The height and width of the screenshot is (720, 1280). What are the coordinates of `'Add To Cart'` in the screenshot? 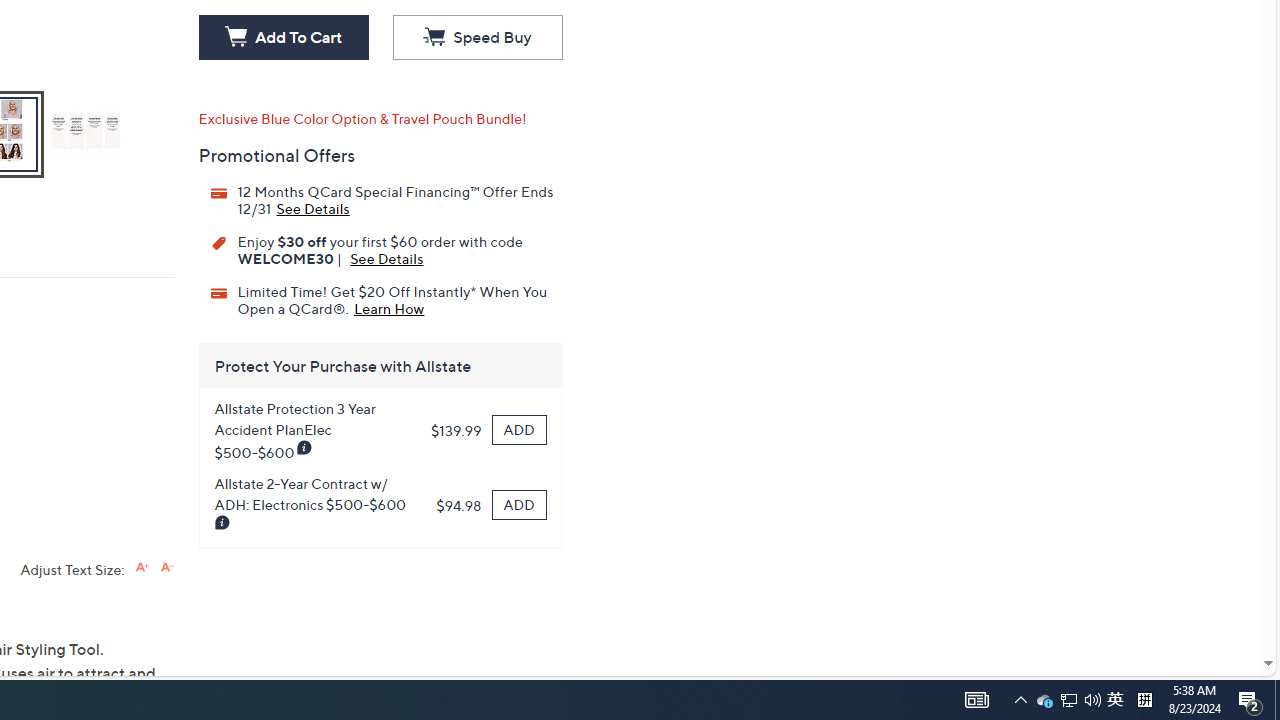 It's located at (282, 38).